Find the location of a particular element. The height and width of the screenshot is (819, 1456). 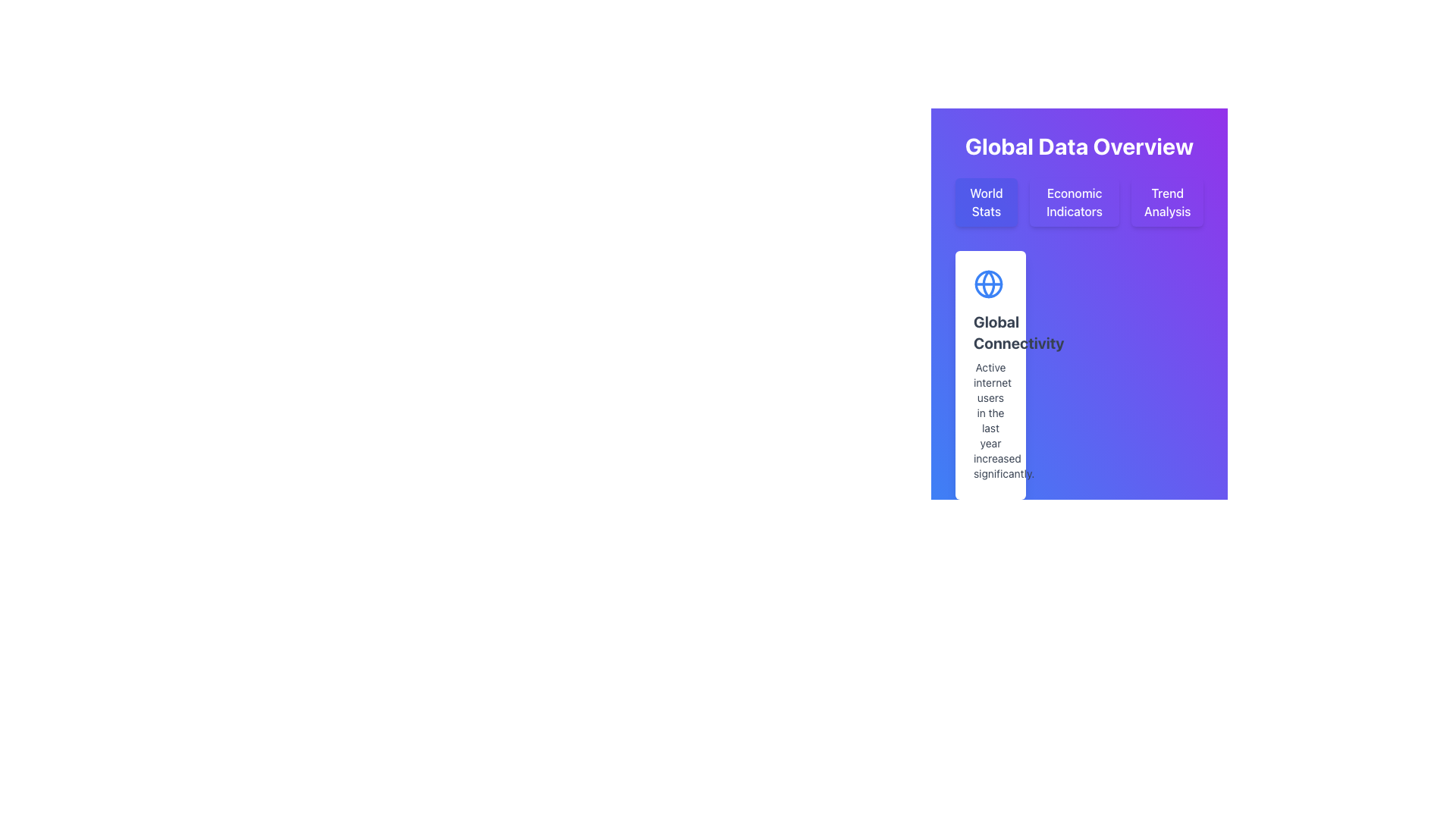

the 'Economic Indicators' button located below the 'Global Data Overview' heading to change its styling is located at coordinates (1078, 201).